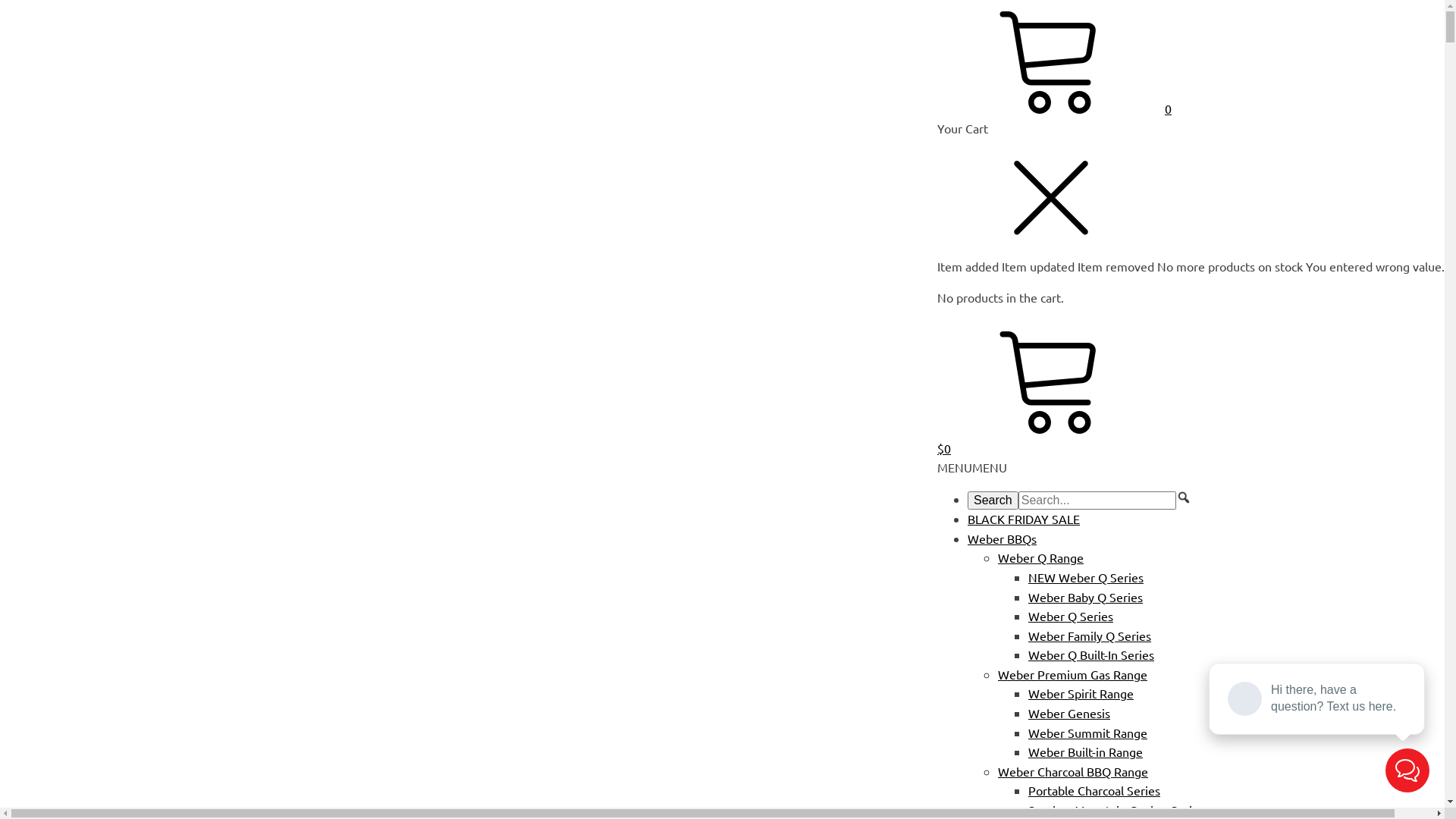  I want to click on 'Smokey Mountain Cooker Series', so click(1116, 809).